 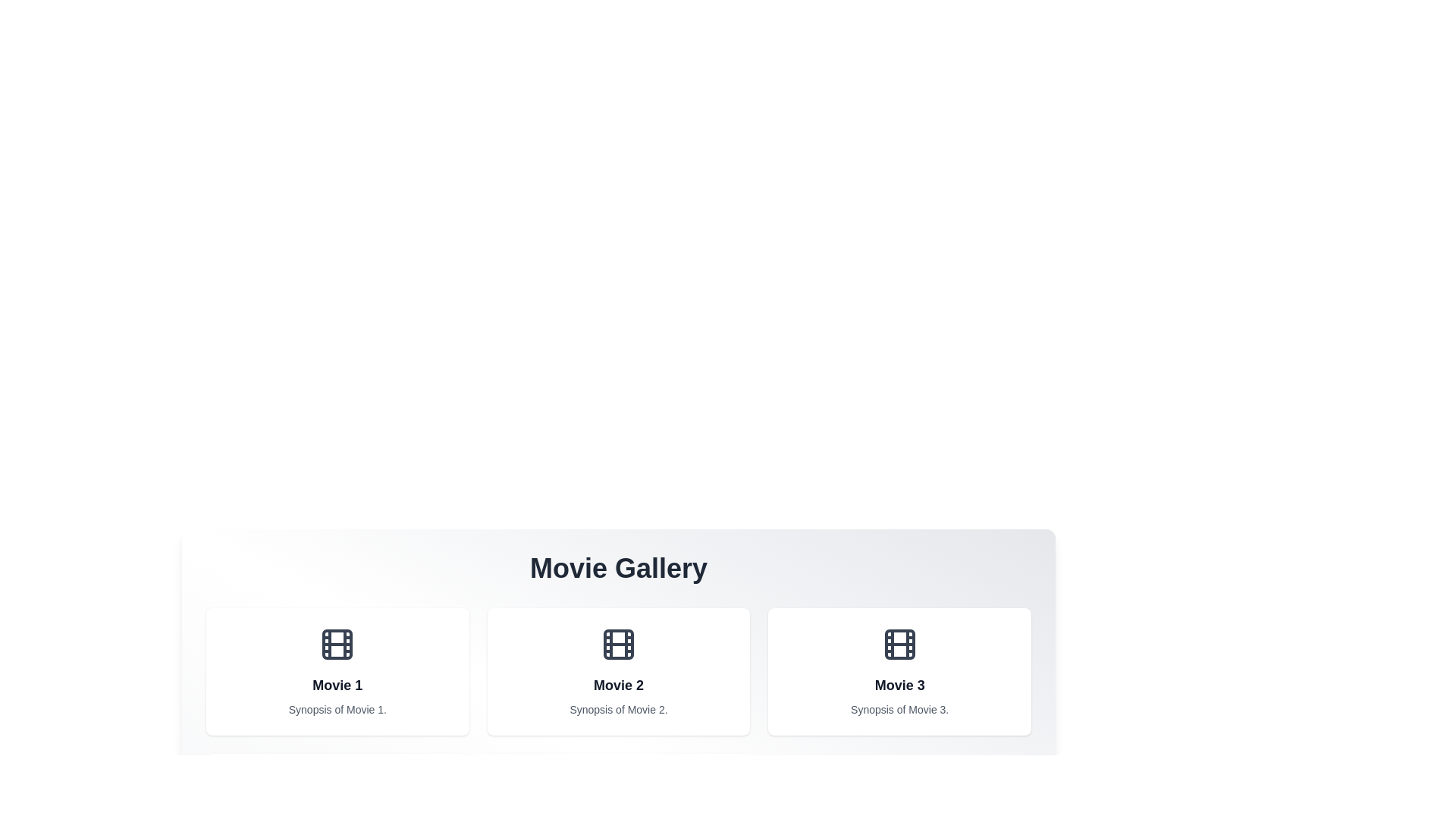 I want to click on the text label that reads 'Synopsis of Movie 2', which is located within the second movie card and is centered below the title 'Movie 2', so click(x=619, y=710).